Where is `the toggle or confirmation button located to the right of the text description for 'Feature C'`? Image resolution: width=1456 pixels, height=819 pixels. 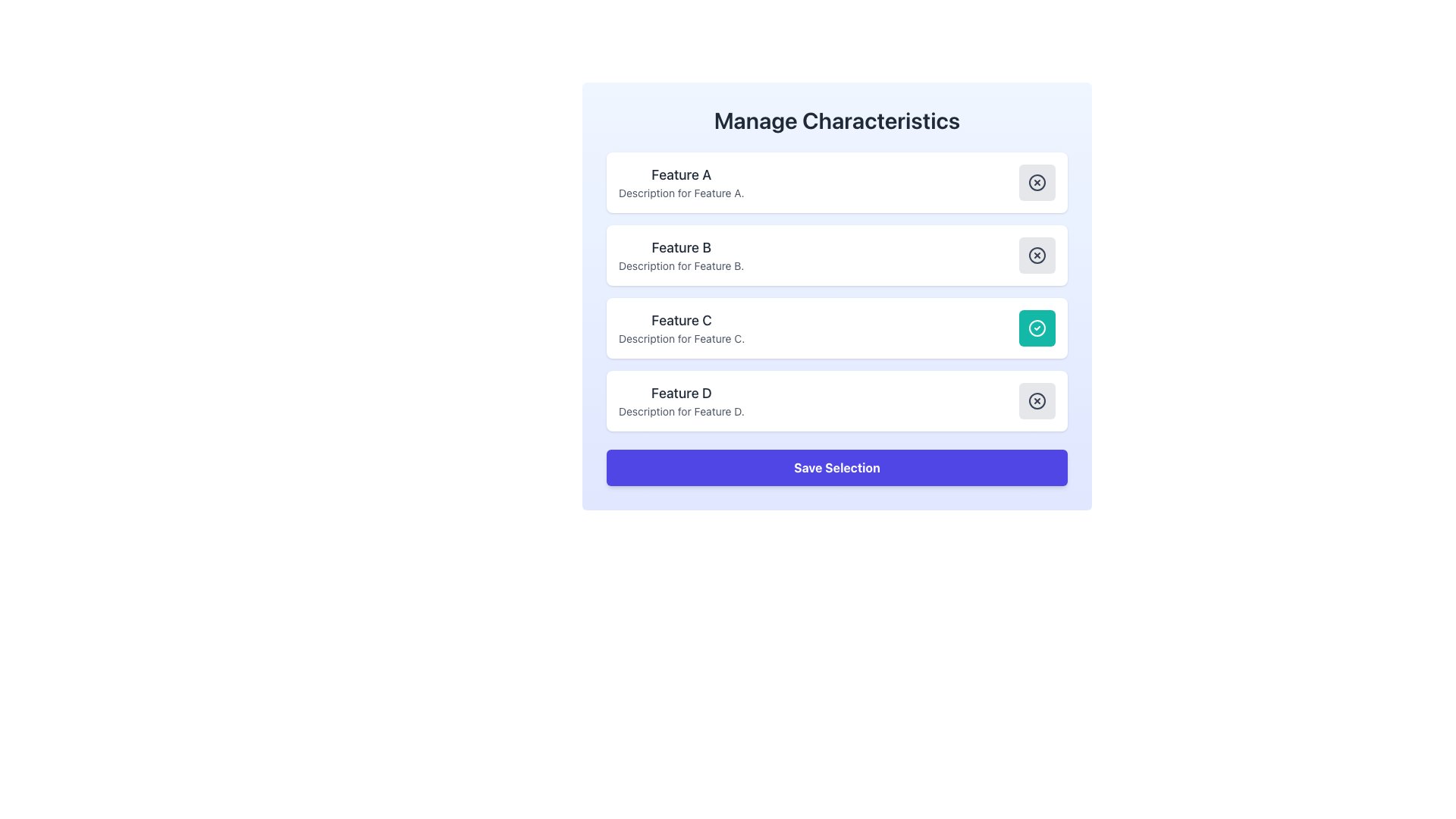
the toggle or confirmation button located to the right of the text description for 'Feature C' is located at coordinates (1037, 327).